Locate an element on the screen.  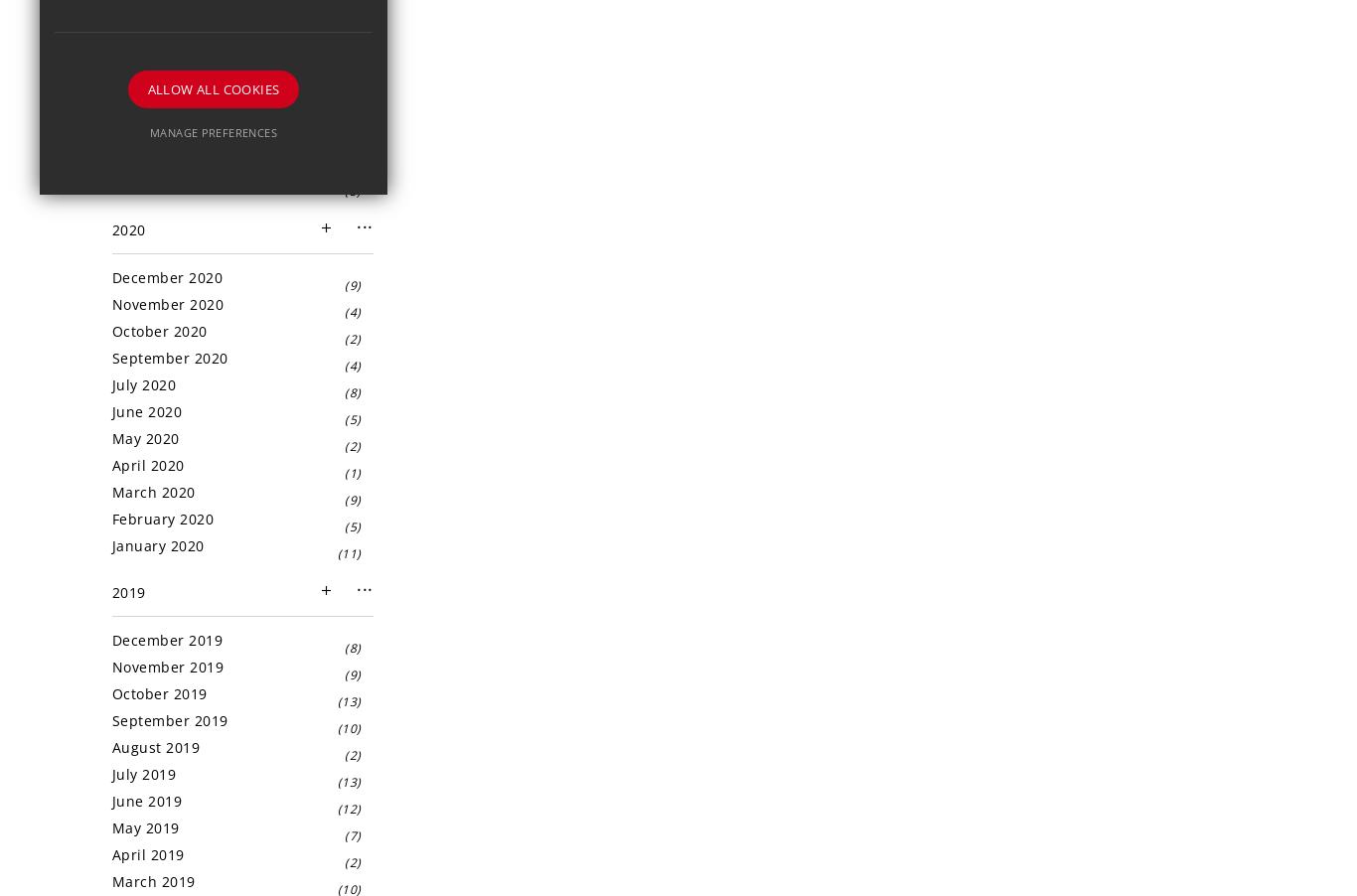
'(12)' is located at coordinates (348, 808).